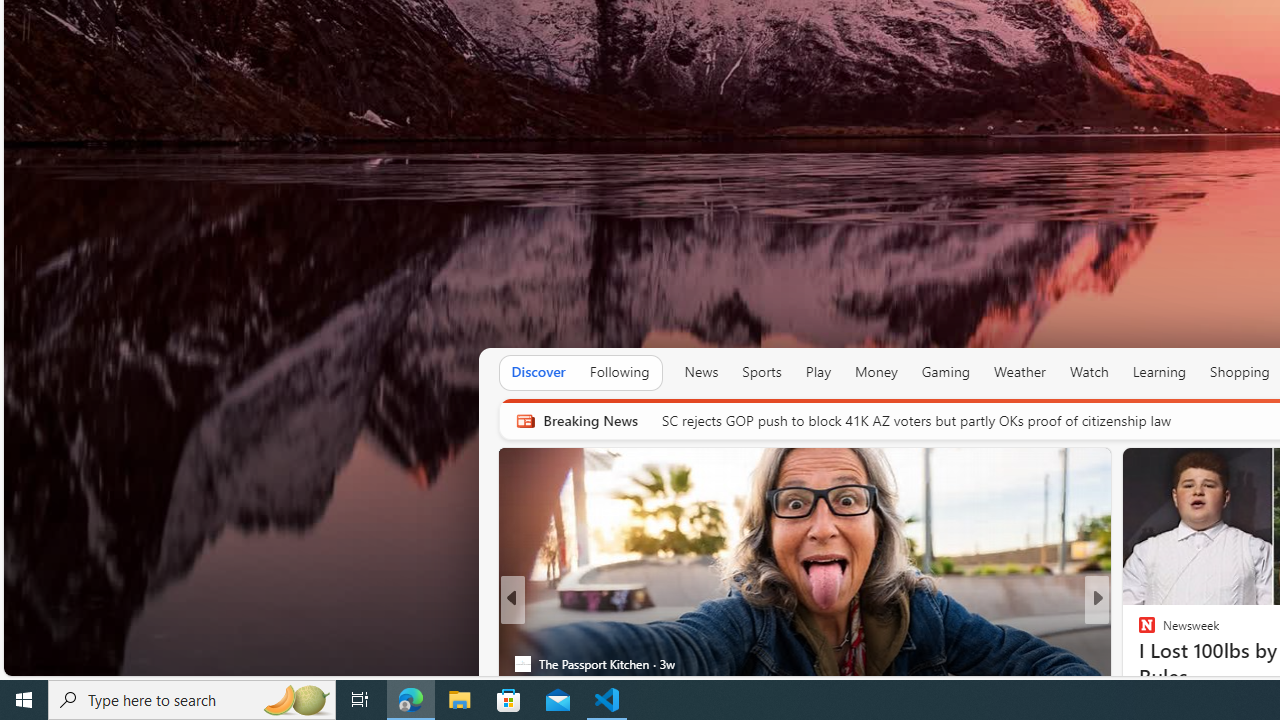  Describe the element at coordinates (944, 372) in the screenshot. I see `'Gaming'` at that location.